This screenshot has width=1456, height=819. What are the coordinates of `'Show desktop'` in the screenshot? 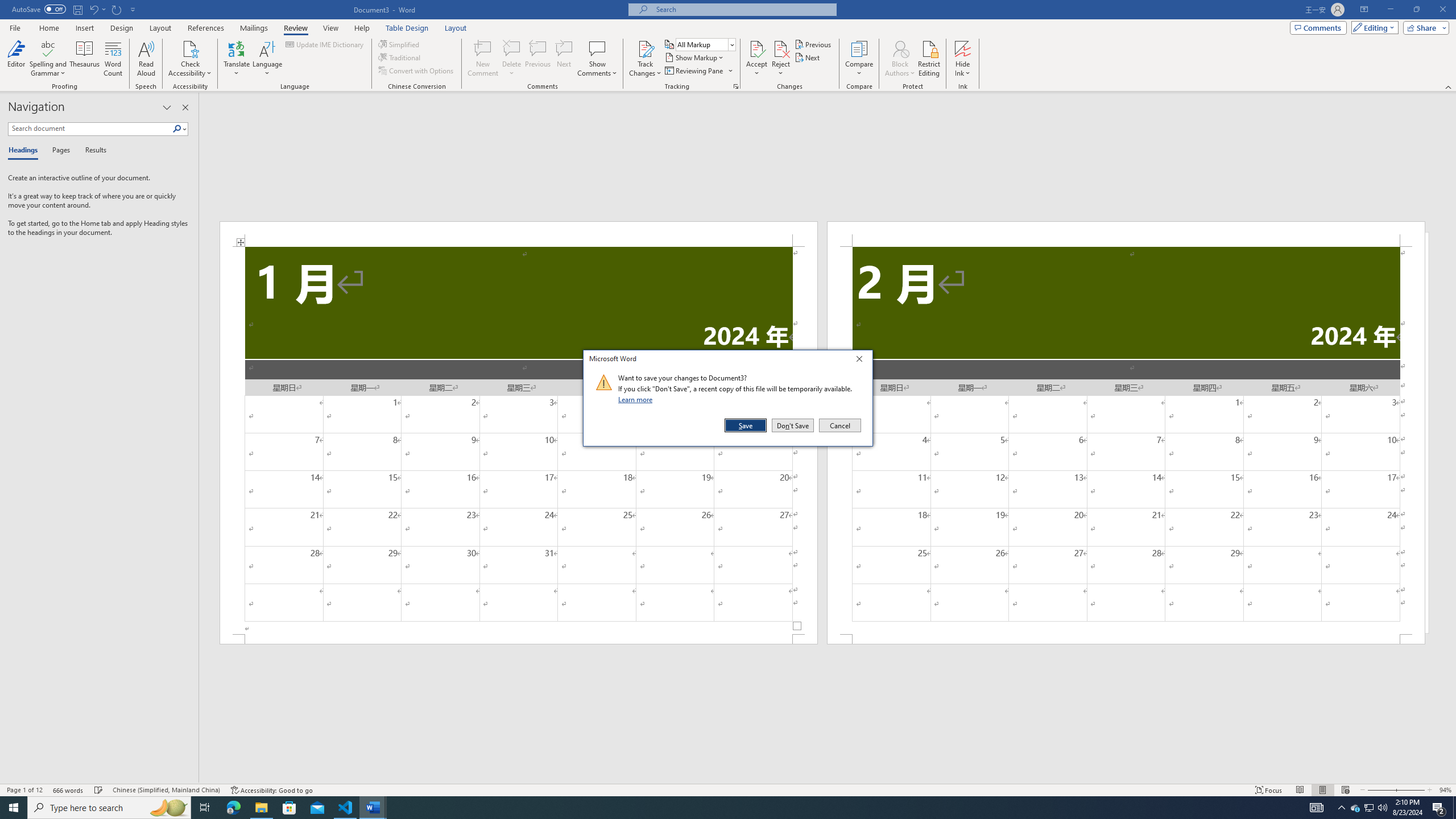 It's located at (1454, 806).